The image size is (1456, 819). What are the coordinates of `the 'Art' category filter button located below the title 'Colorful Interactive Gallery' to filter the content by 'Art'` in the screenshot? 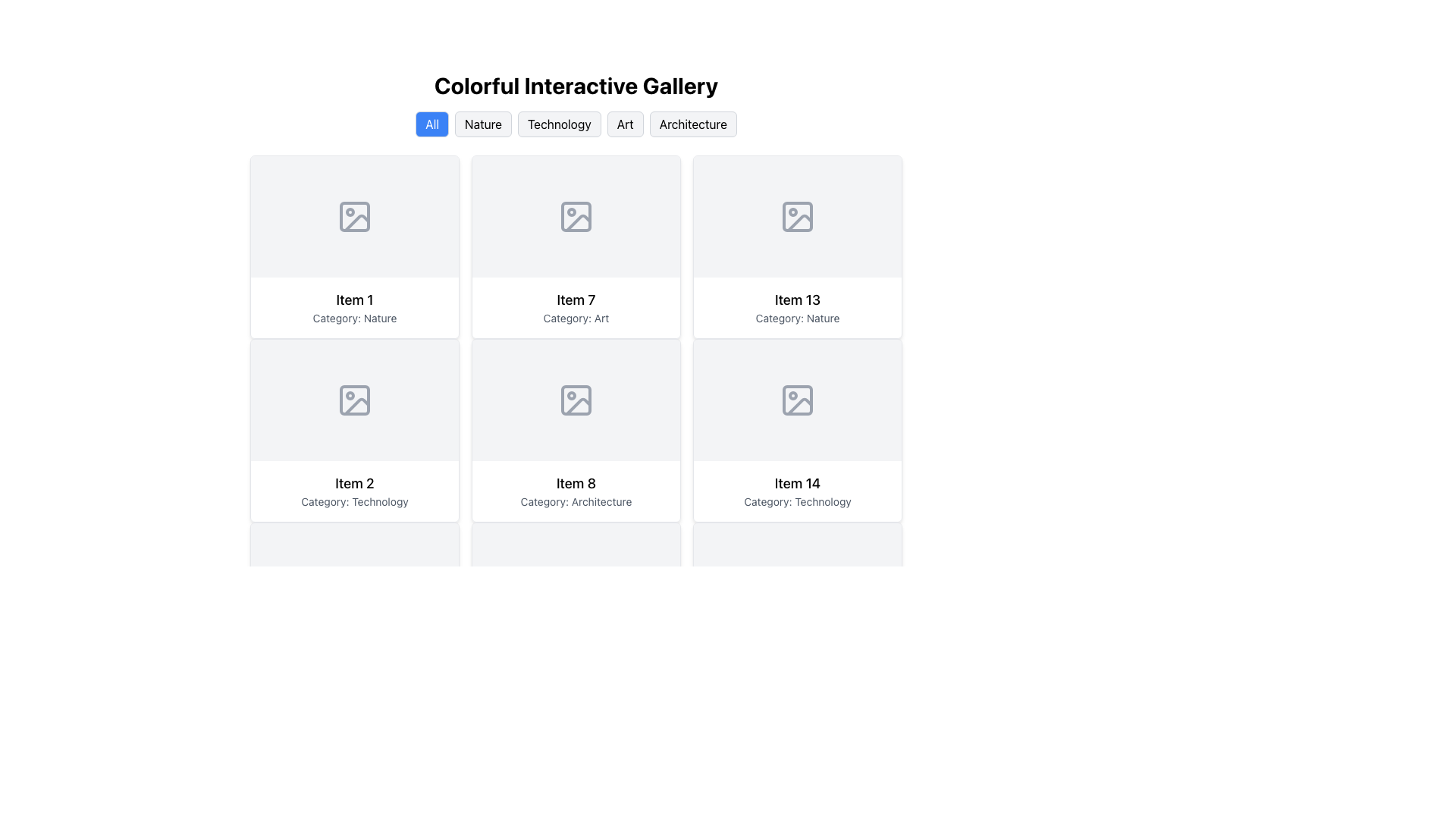 It's located at (625, 124).